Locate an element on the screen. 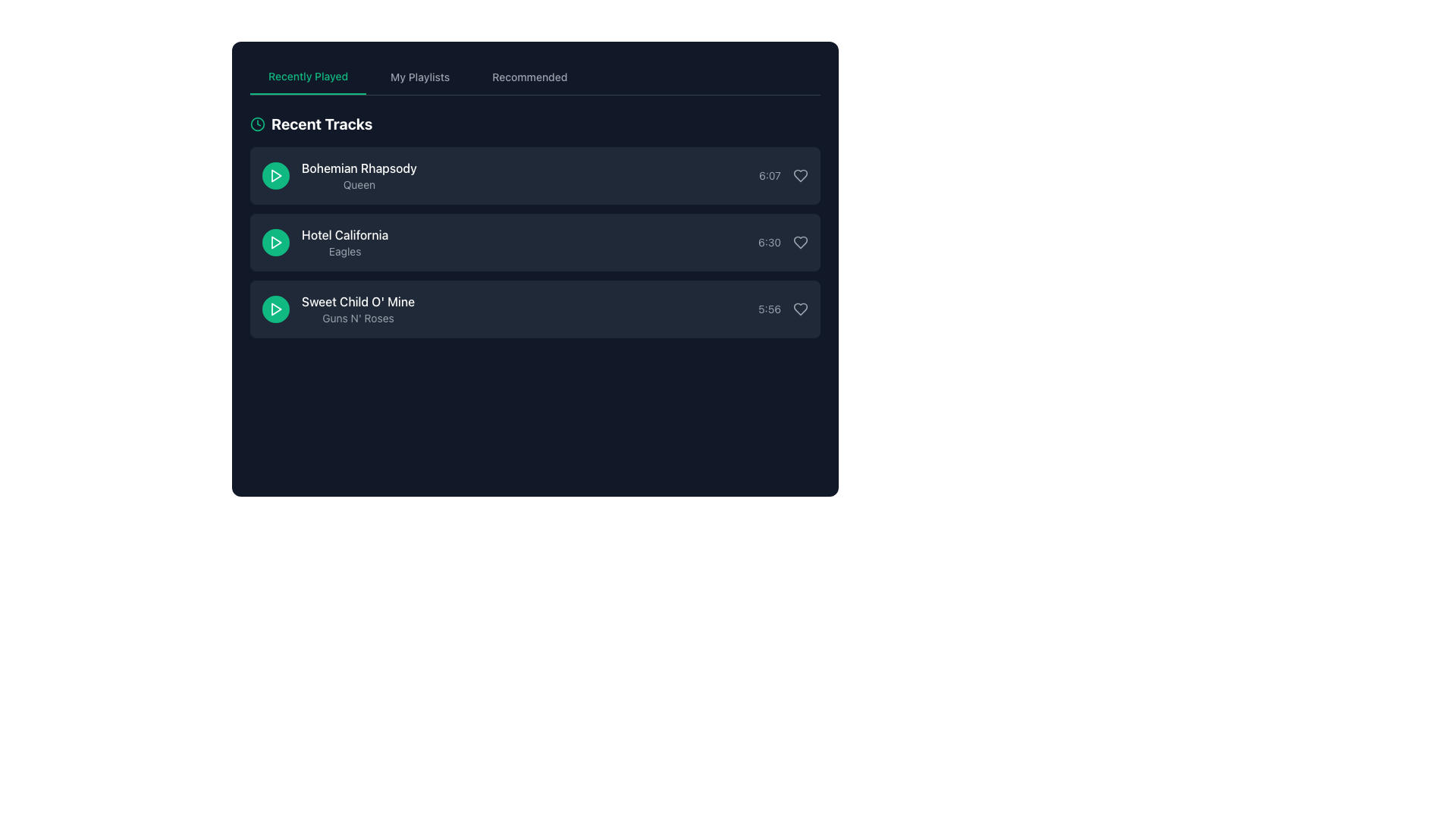 Image resolution: width=1456 pixels, height=819 pixels. the SVG circle graphic that represents the clock's border or face, located near the top-left corner of the interface adjacent to the 'Recent Tracks' heading is located at coordinates (258, 124).